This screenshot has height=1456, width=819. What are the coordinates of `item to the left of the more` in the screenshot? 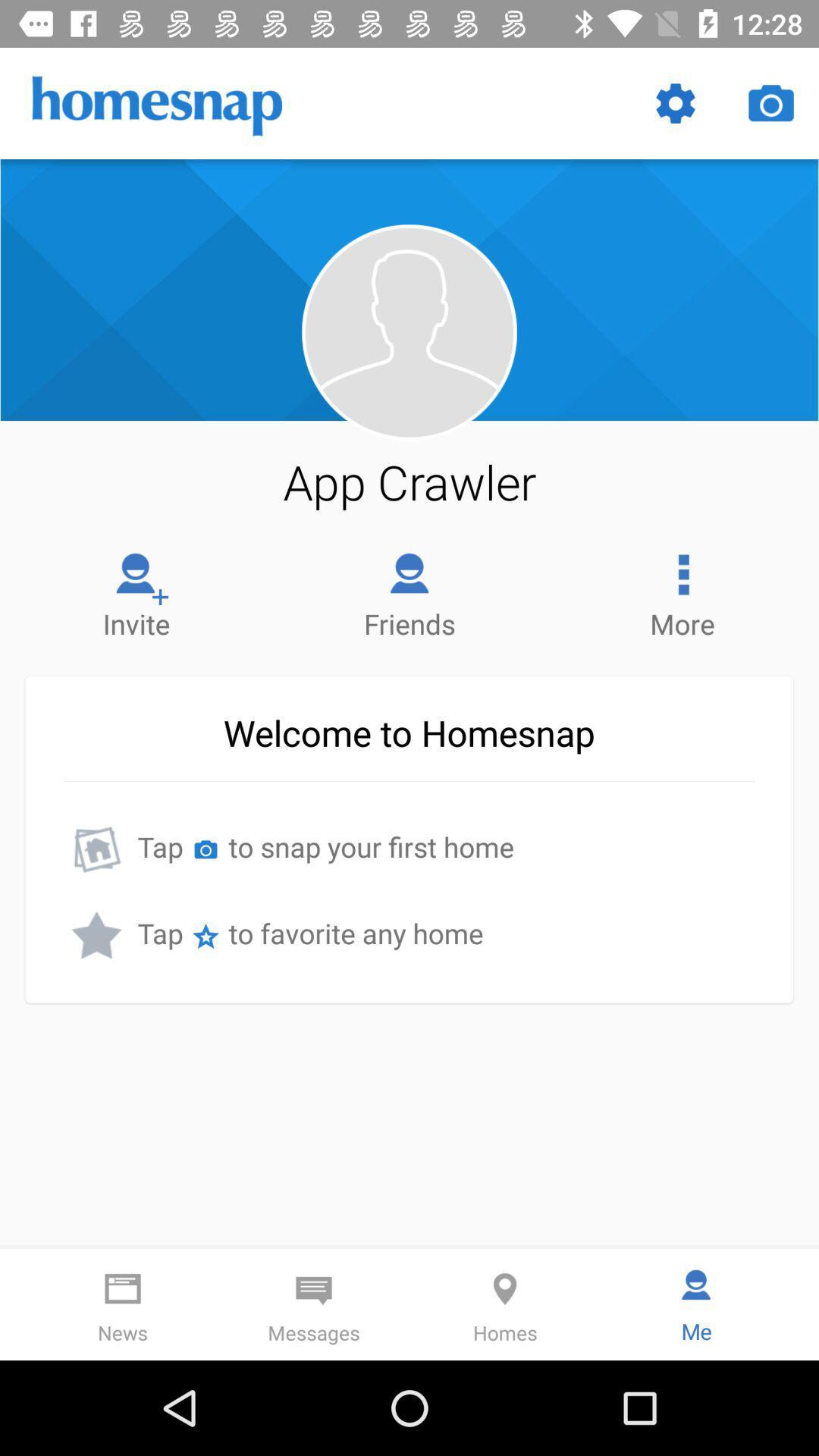 It's located at (409, 591).